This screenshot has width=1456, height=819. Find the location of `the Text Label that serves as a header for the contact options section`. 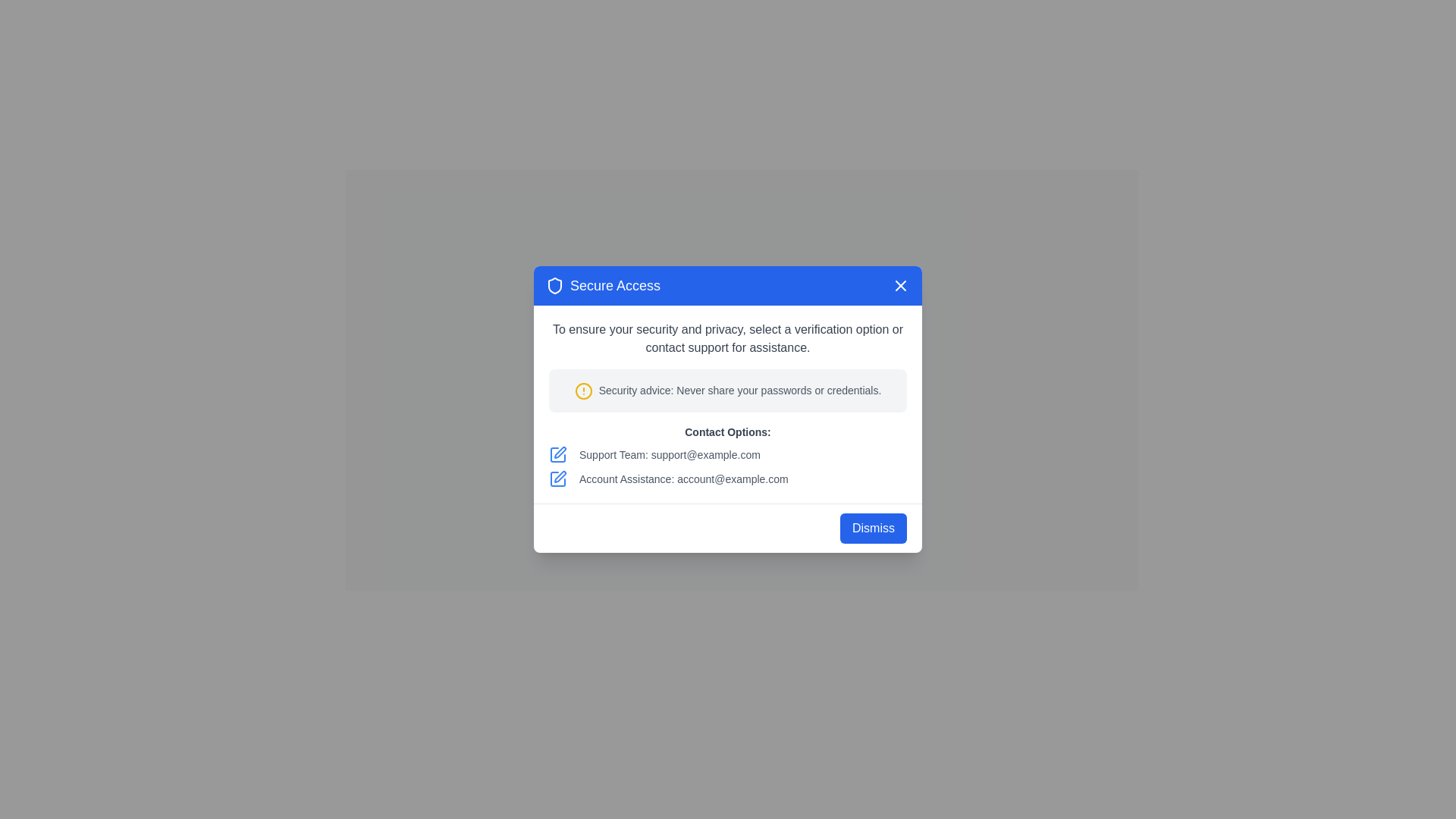

the Text Label that serves as a header for the contact options section is located at coordinates (728, 431).